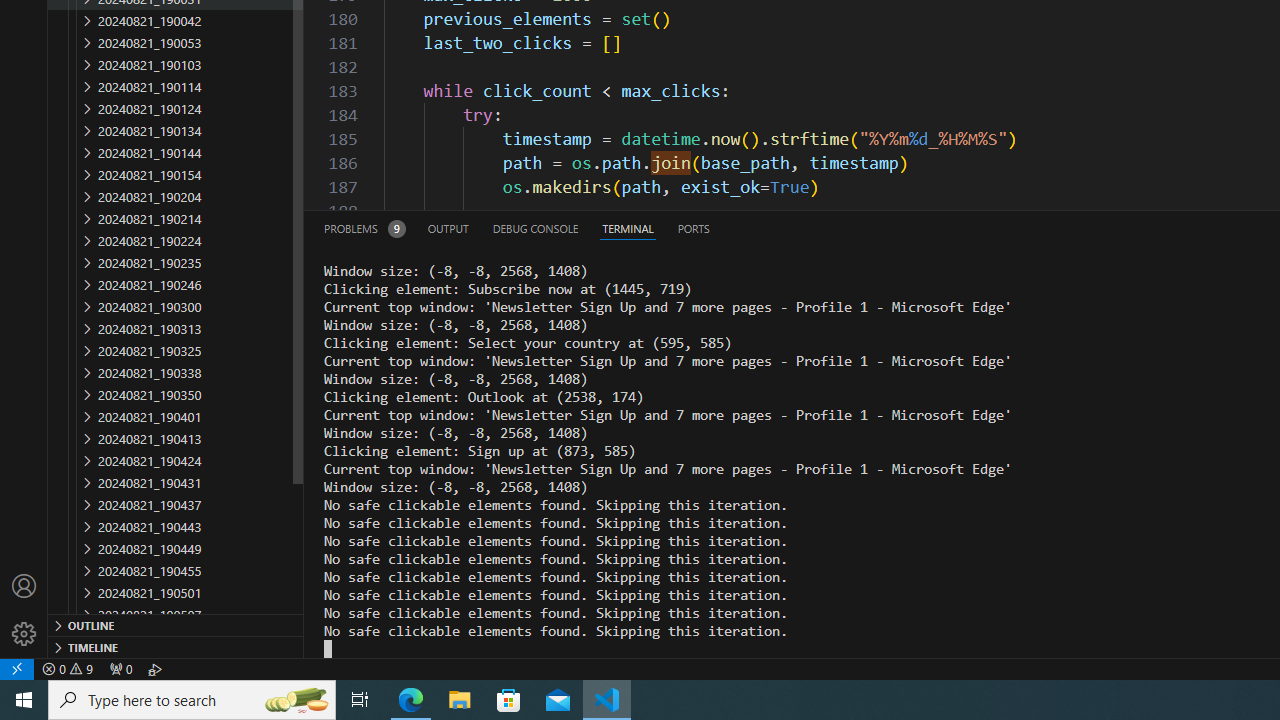 This screenshot has width=1280, height=720. What do you see at coordinates (154, 668) in the screenshot?
I see `'Debug: '` at bounding box center [154, 668].